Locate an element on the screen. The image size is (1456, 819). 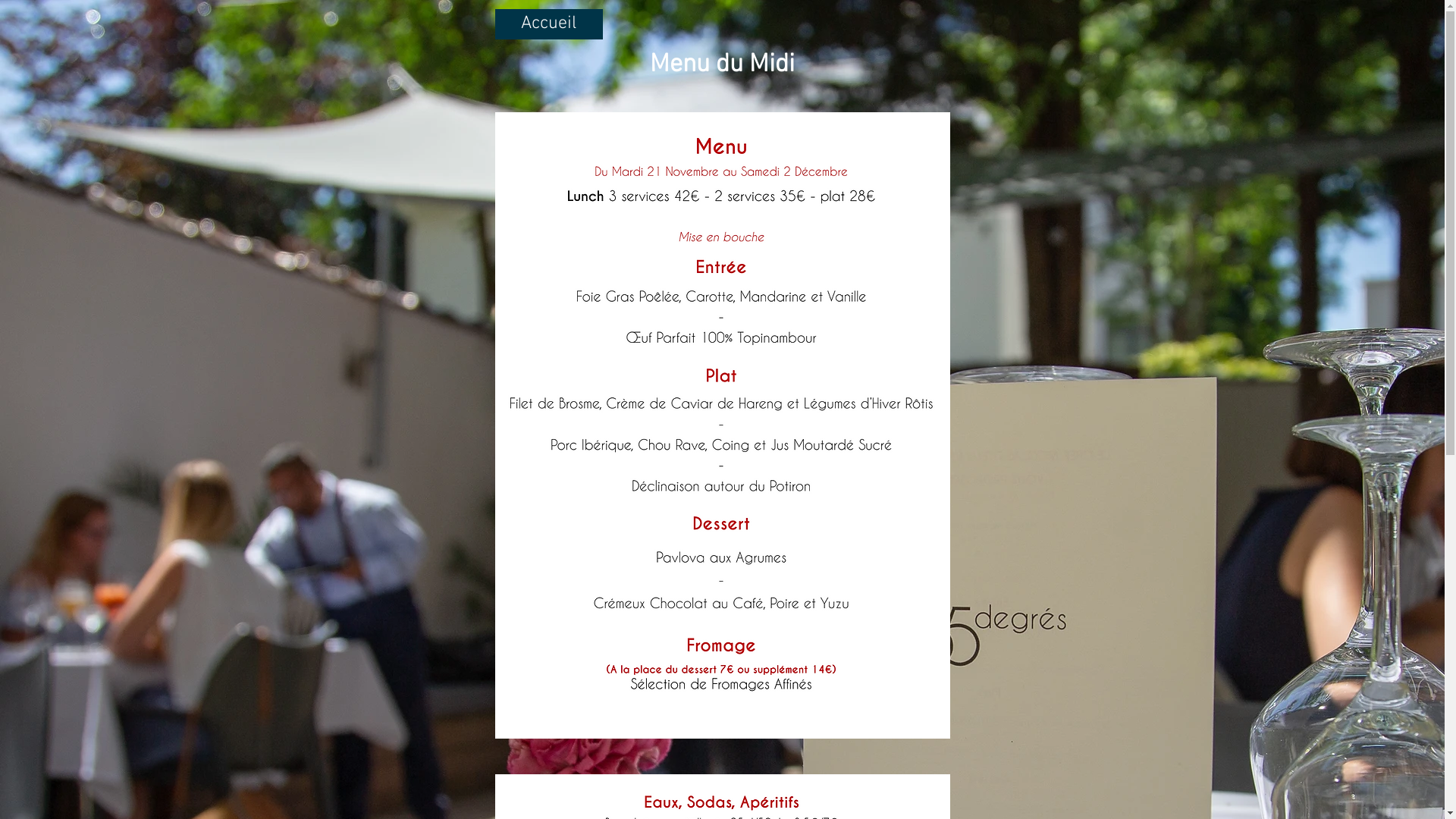
'Accueil' is located at coordinates (548, 24).